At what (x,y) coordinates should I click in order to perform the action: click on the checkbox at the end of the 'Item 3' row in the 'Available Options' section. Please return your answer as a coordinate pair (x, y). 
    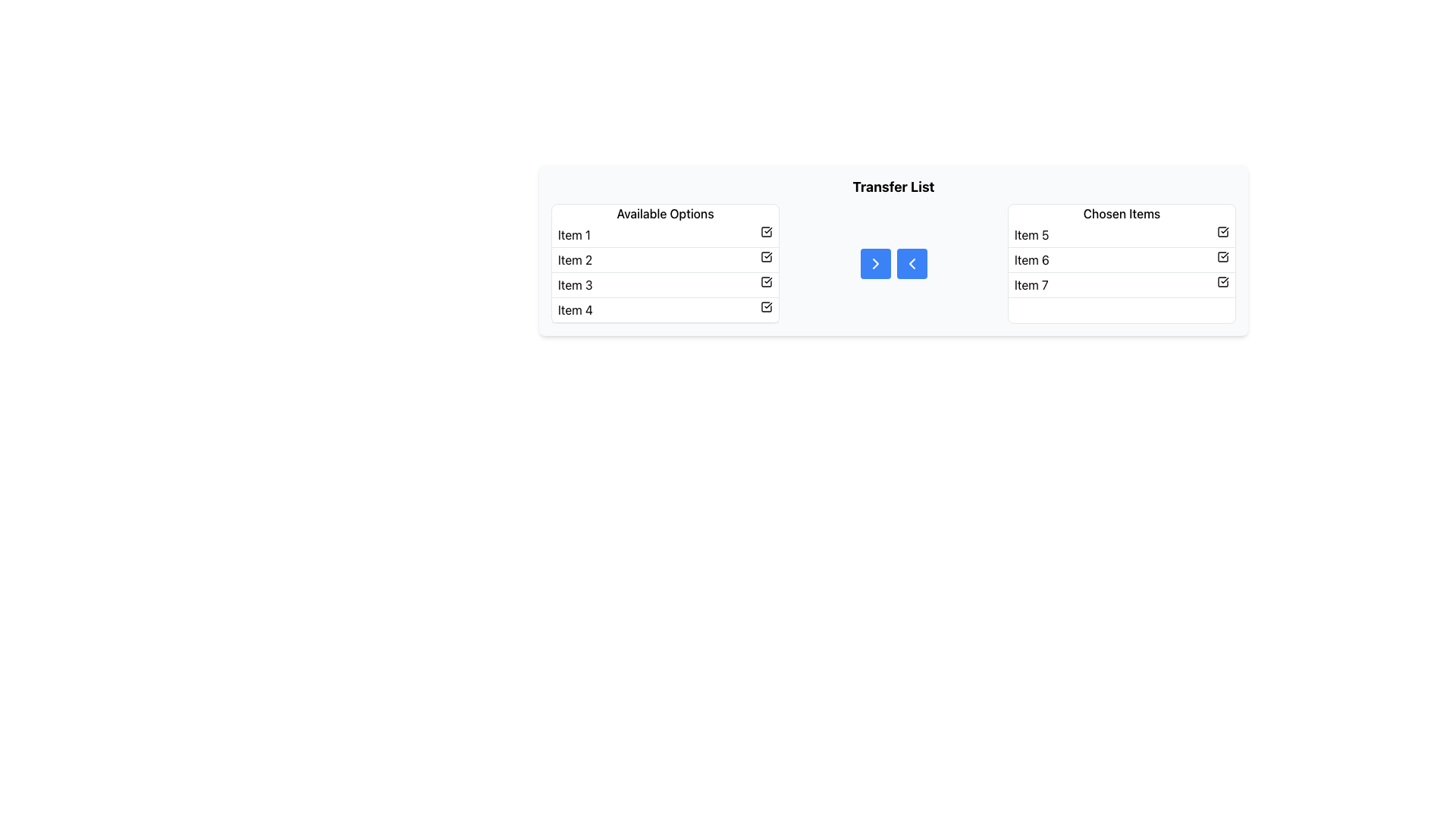
    Looking at the image, I should click on (767, 281).